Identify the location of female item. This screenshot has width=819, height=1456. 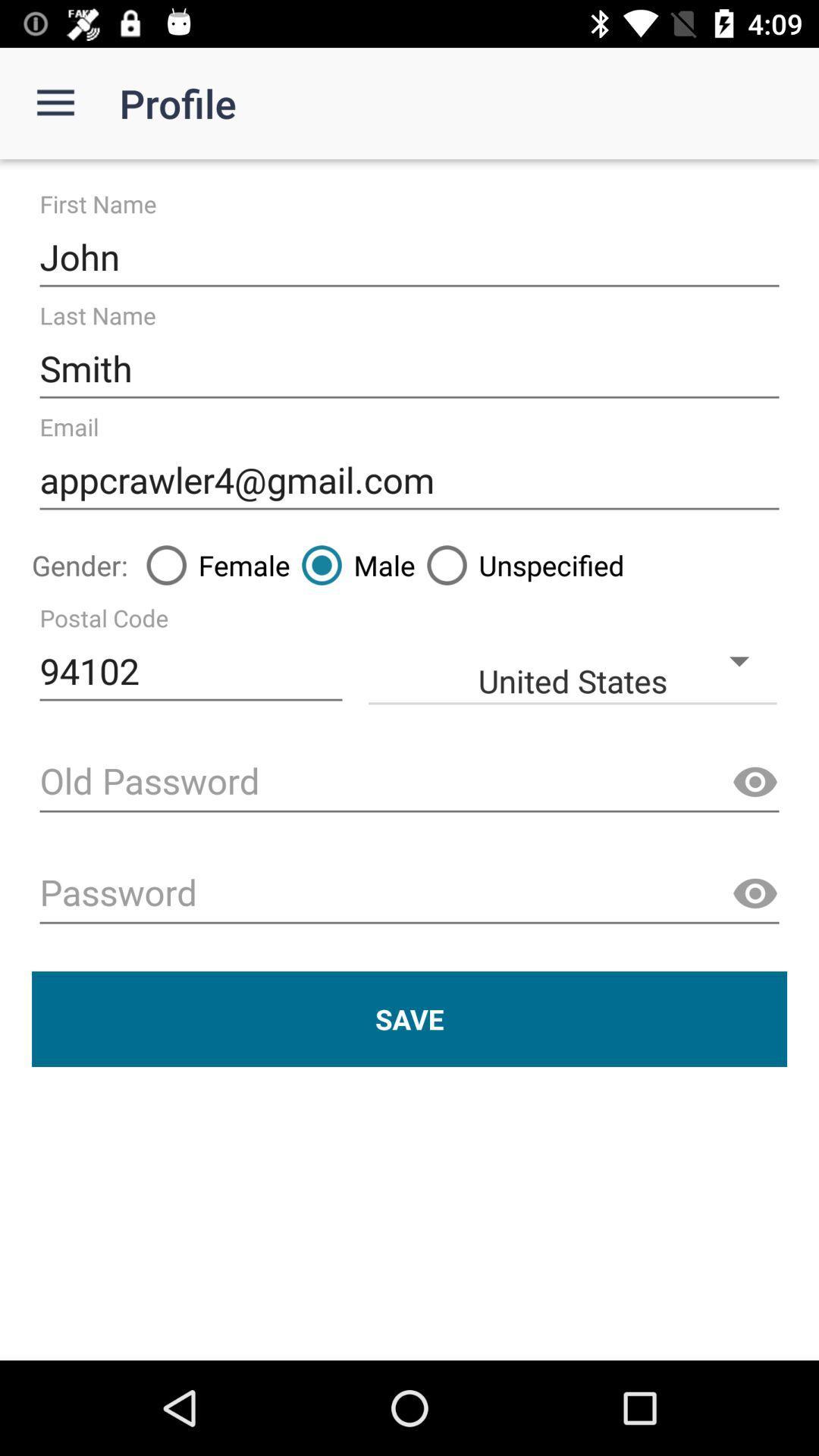
(212, 564).